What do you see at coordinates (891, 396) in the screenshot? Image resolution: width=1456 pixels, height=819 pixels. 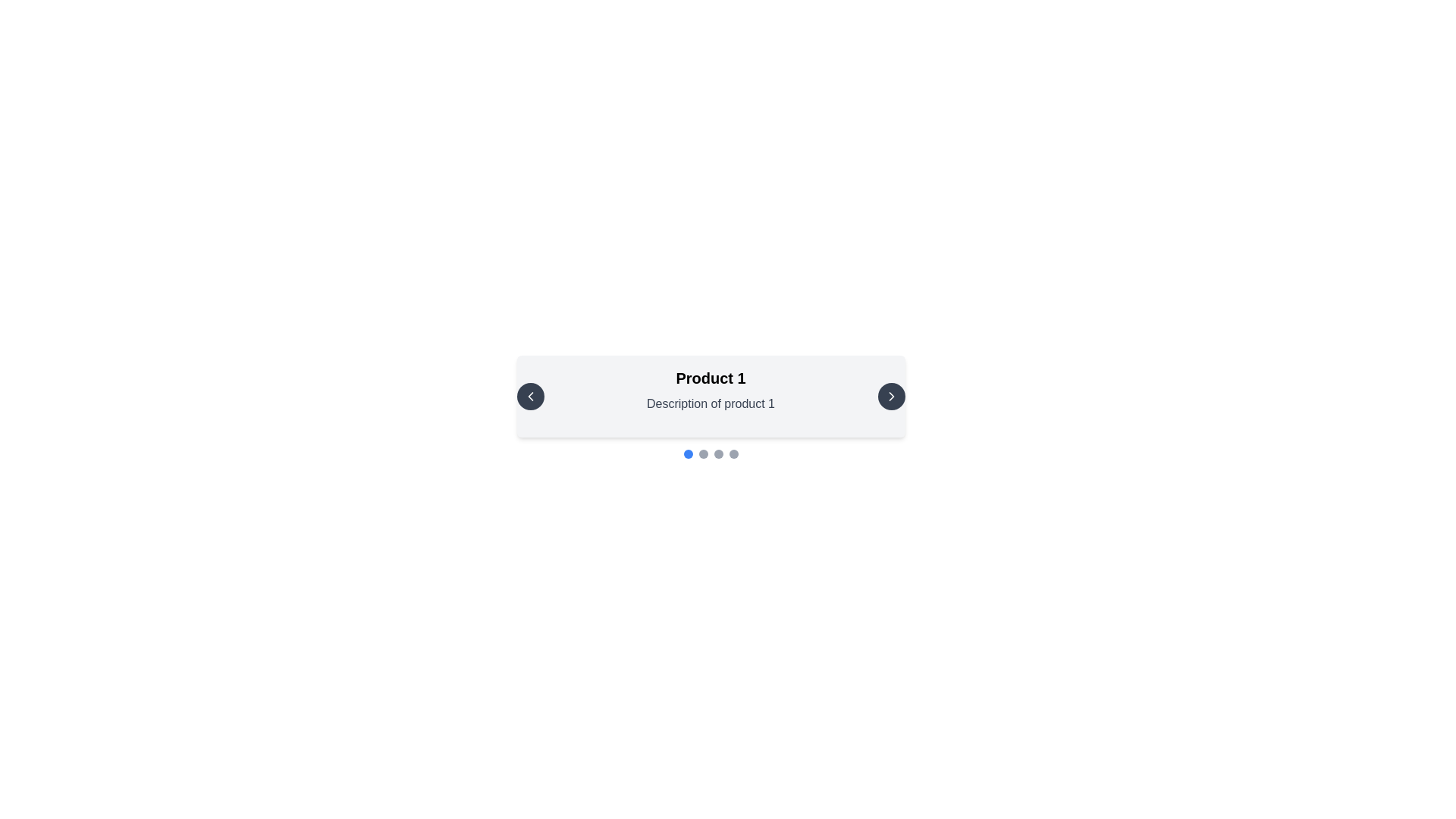 I see `the circular button with a dark gray background and a white right-facing chevron icon` at bounding box center [891, 396].